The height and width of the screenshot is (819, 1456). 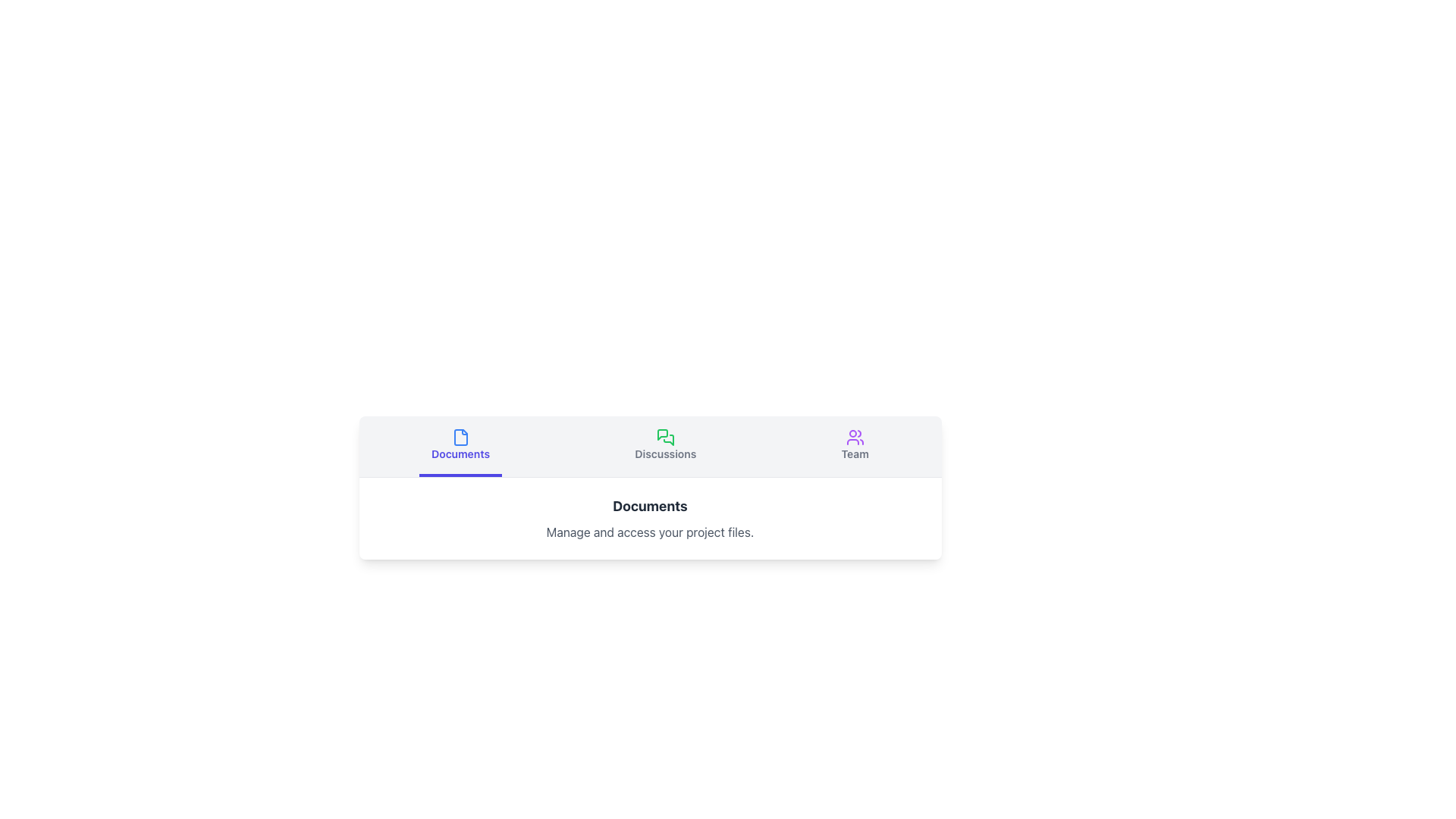 What do you see at coordinates (460, 437) in the screenshot?
I see `the document icon located in the 'Documents' tab, which is centrally placed above the text label` at bounding box center [460, 437].